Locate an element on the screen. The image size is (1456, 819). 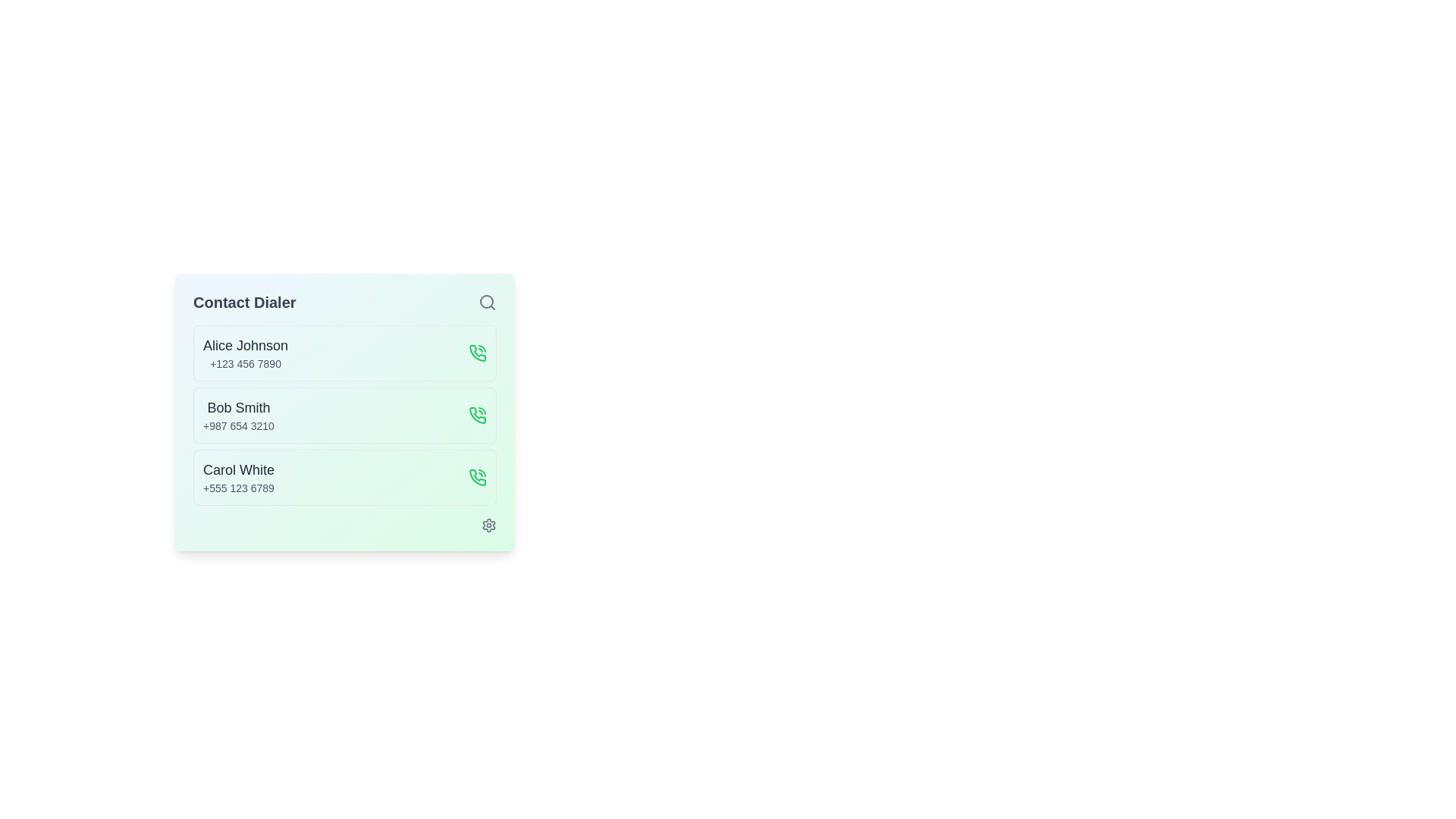
the static text label that displays 'Contact Dialer', which is bold and large-sized, located at the top-left corner of the interface is located at coordinates (244, 302).